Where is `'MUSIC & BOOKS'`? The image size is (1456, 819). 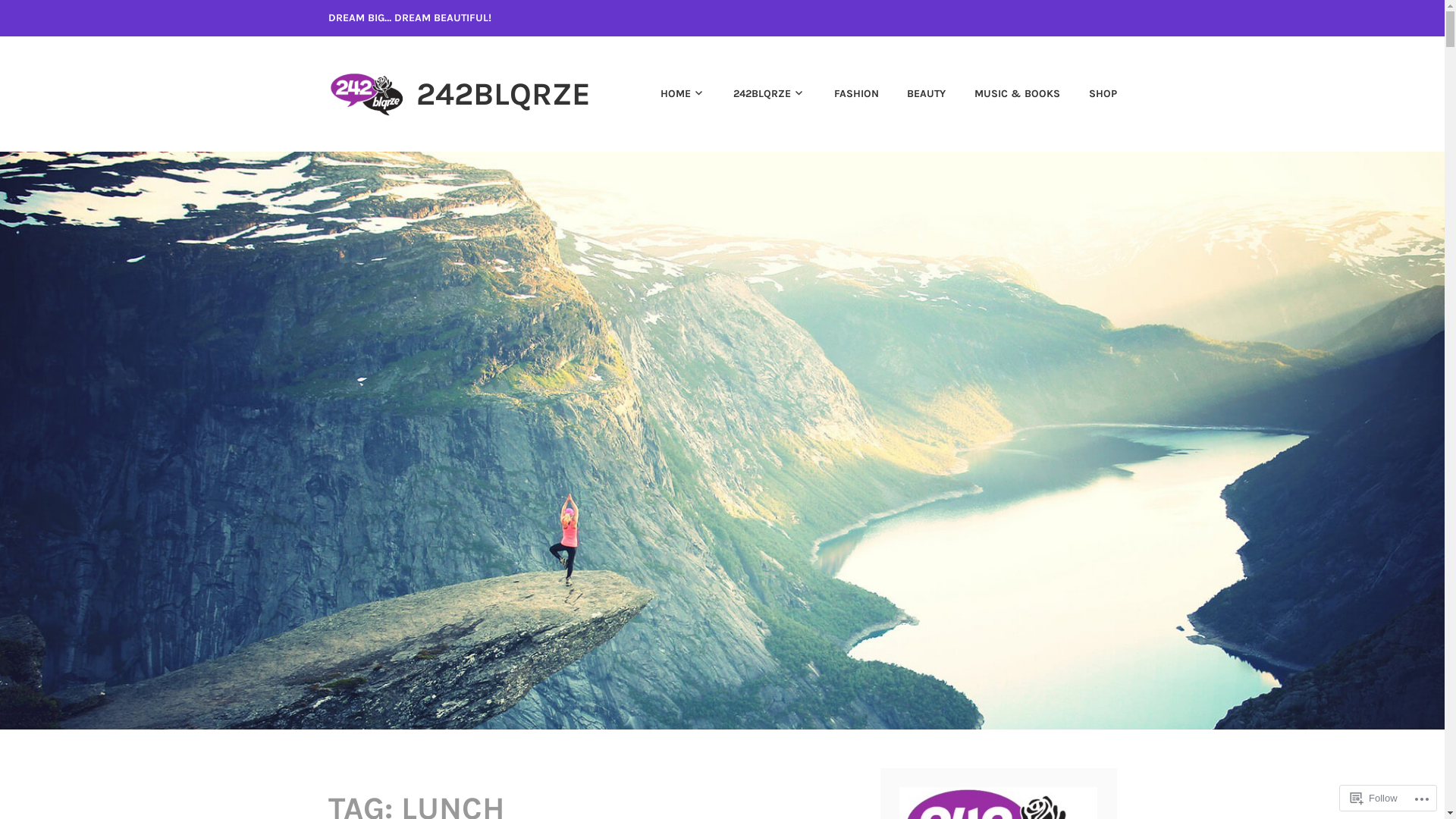 'MUSIC & BOOKS' is located at coordinates (1004, 93).